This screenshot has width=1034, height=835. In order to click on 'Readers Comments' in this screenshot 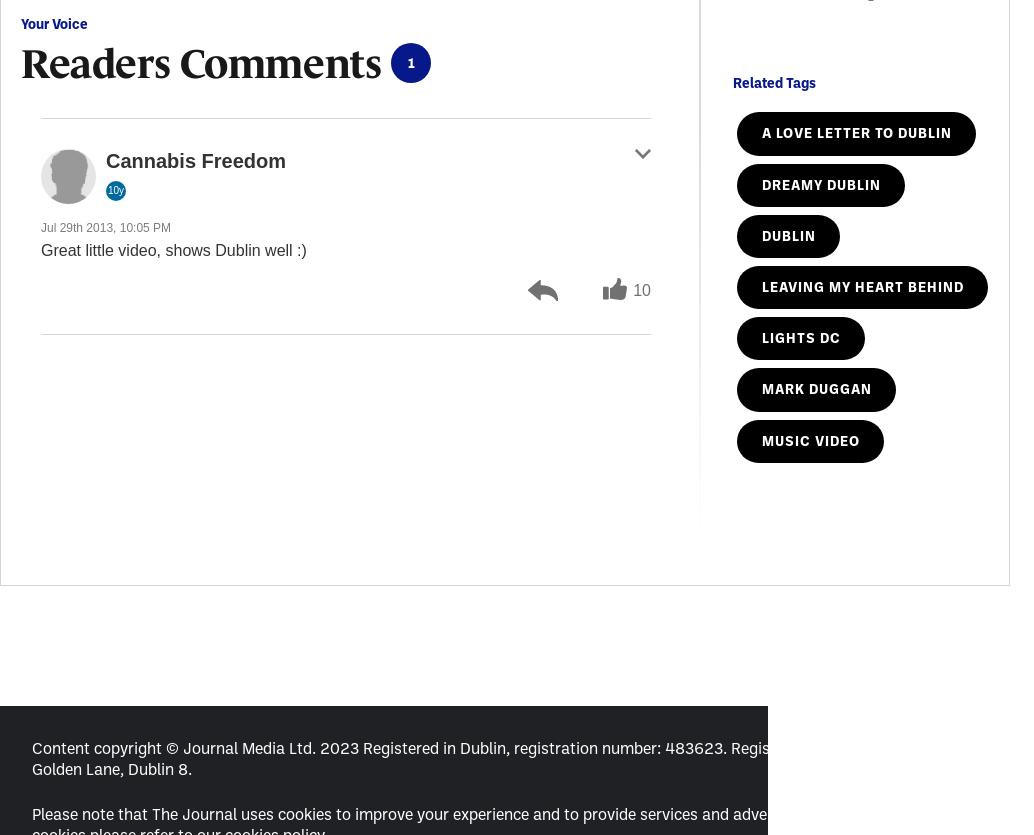, I will do `click(201, 62)`.